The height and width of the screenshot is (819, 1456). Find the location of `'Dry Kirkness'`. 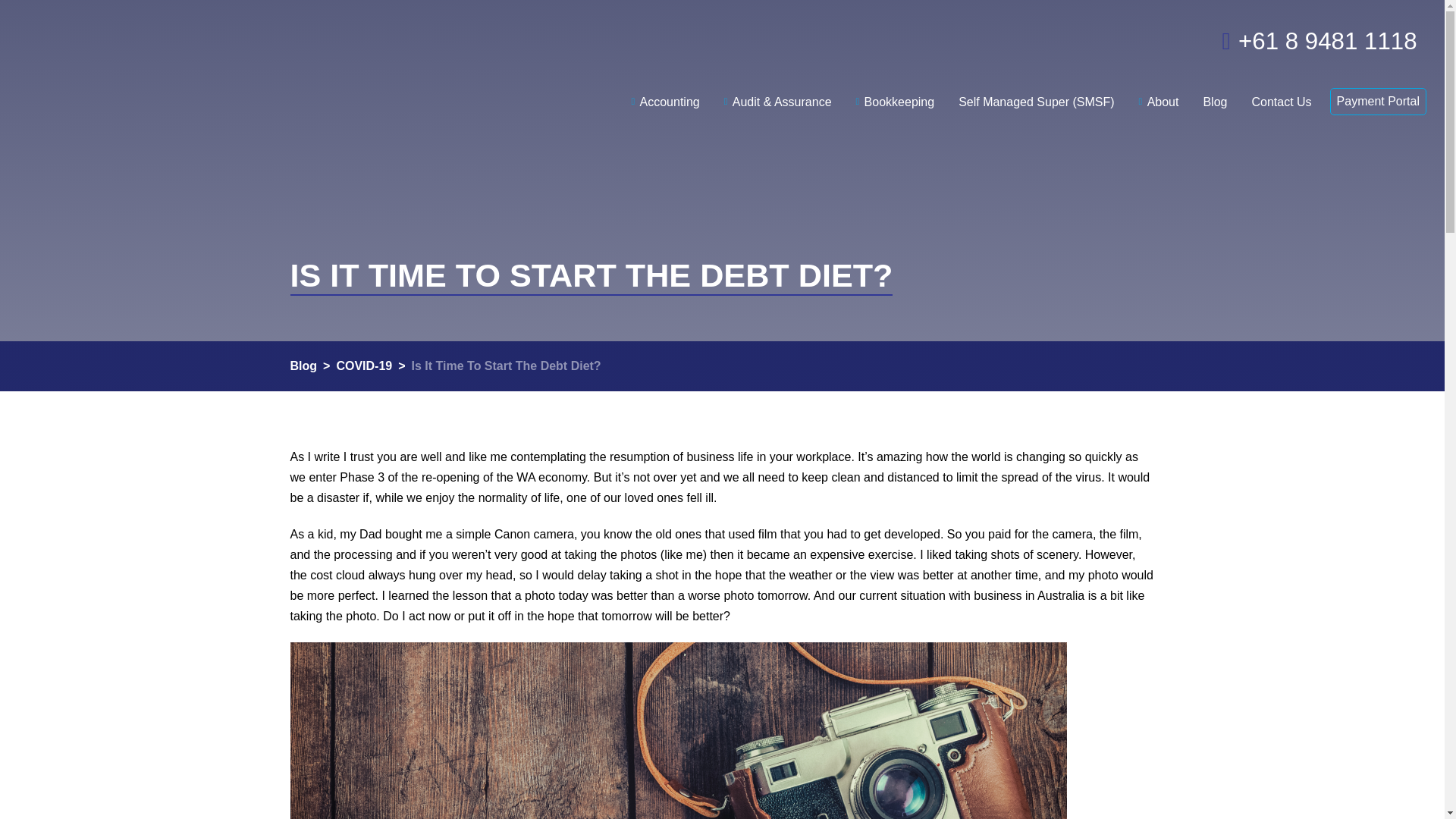

'Dry Kirkness' is located at coordinates (182, 60).